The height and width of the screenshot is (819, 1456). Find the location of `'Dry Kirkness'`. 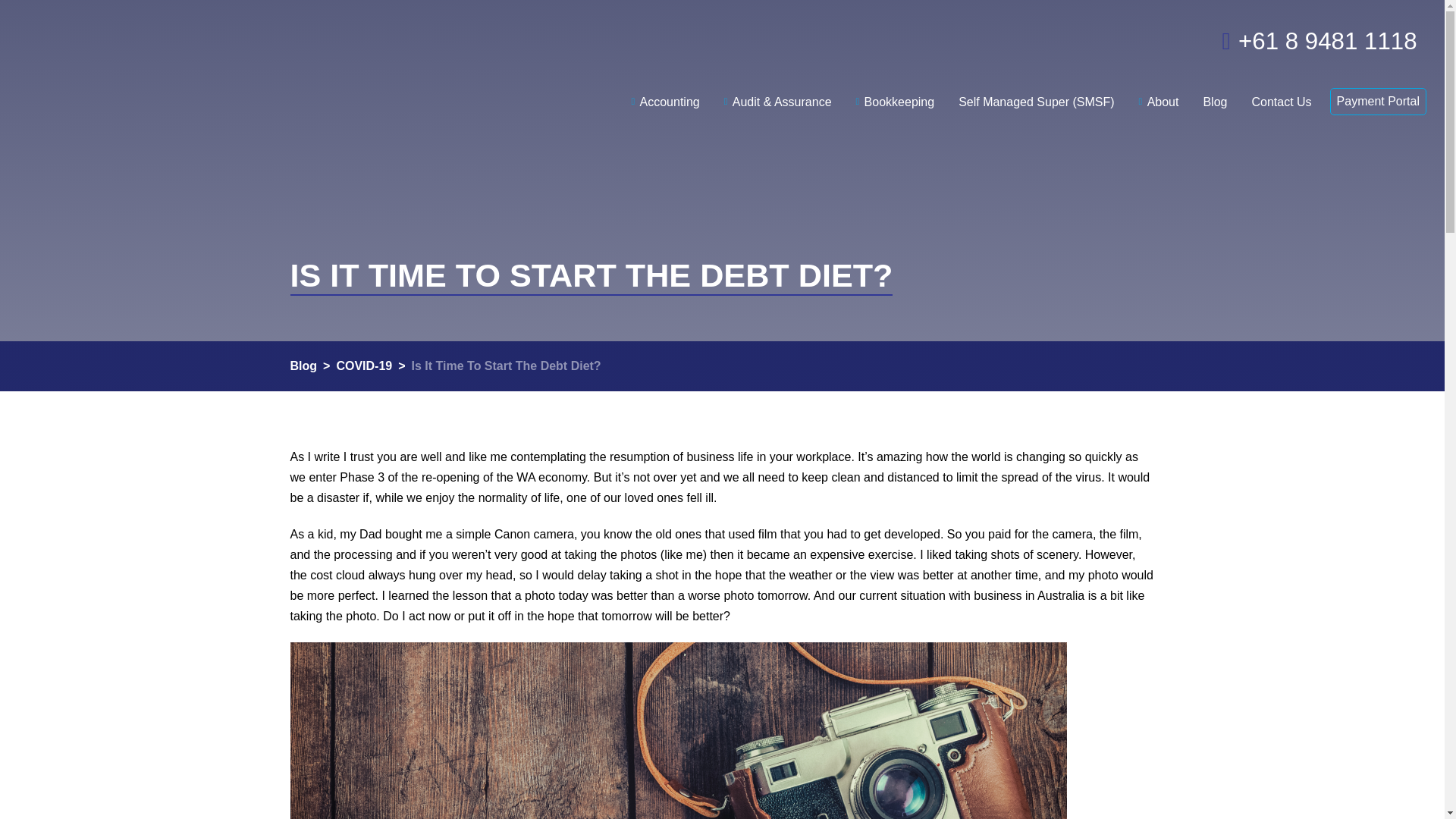

'Dry Kirkness' is located at coordinates (182, 60).